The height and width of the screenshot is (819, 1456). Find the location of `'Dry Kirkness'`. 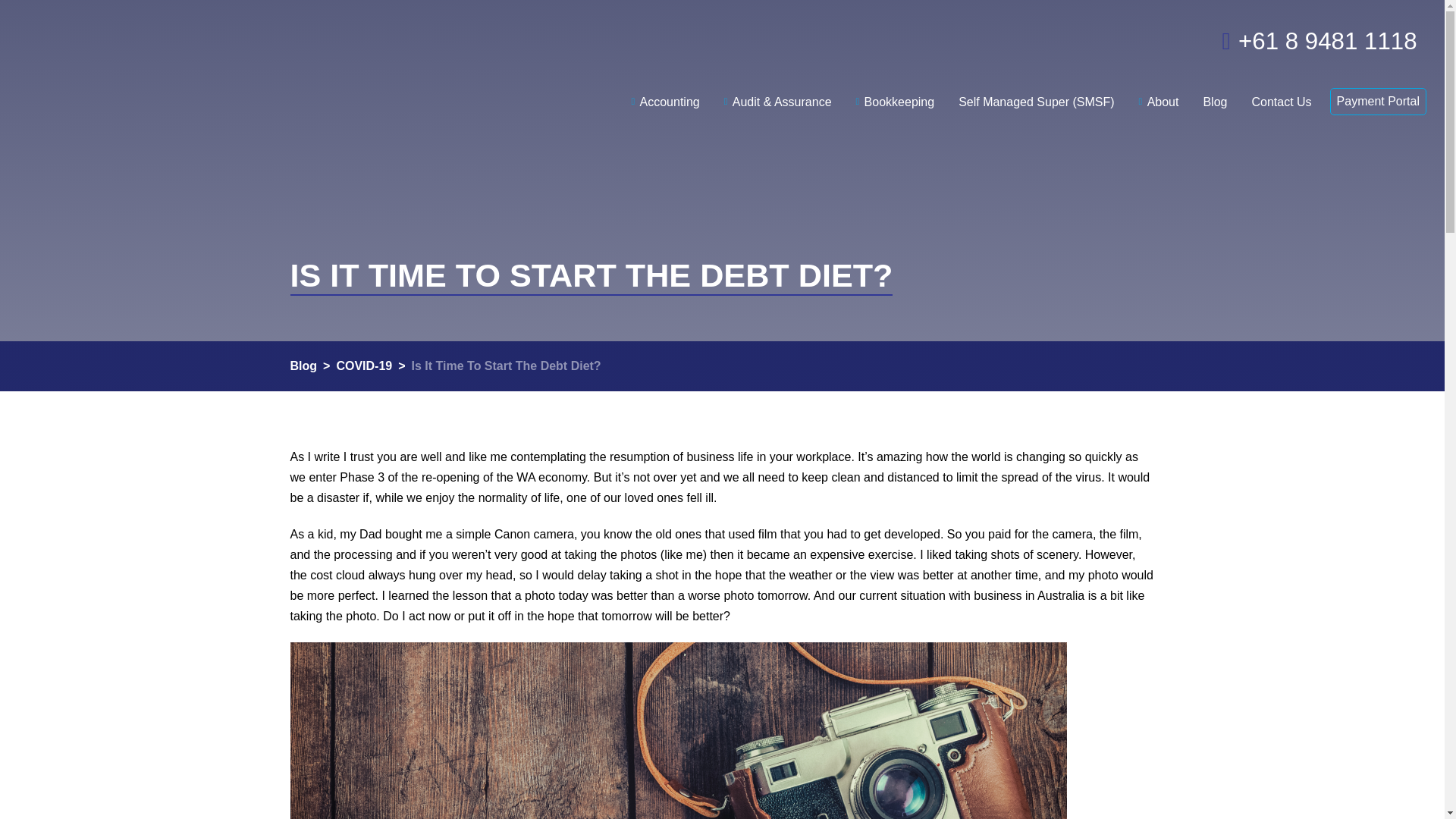

'Dry Kirkness' is located at coordinates (182, 60).